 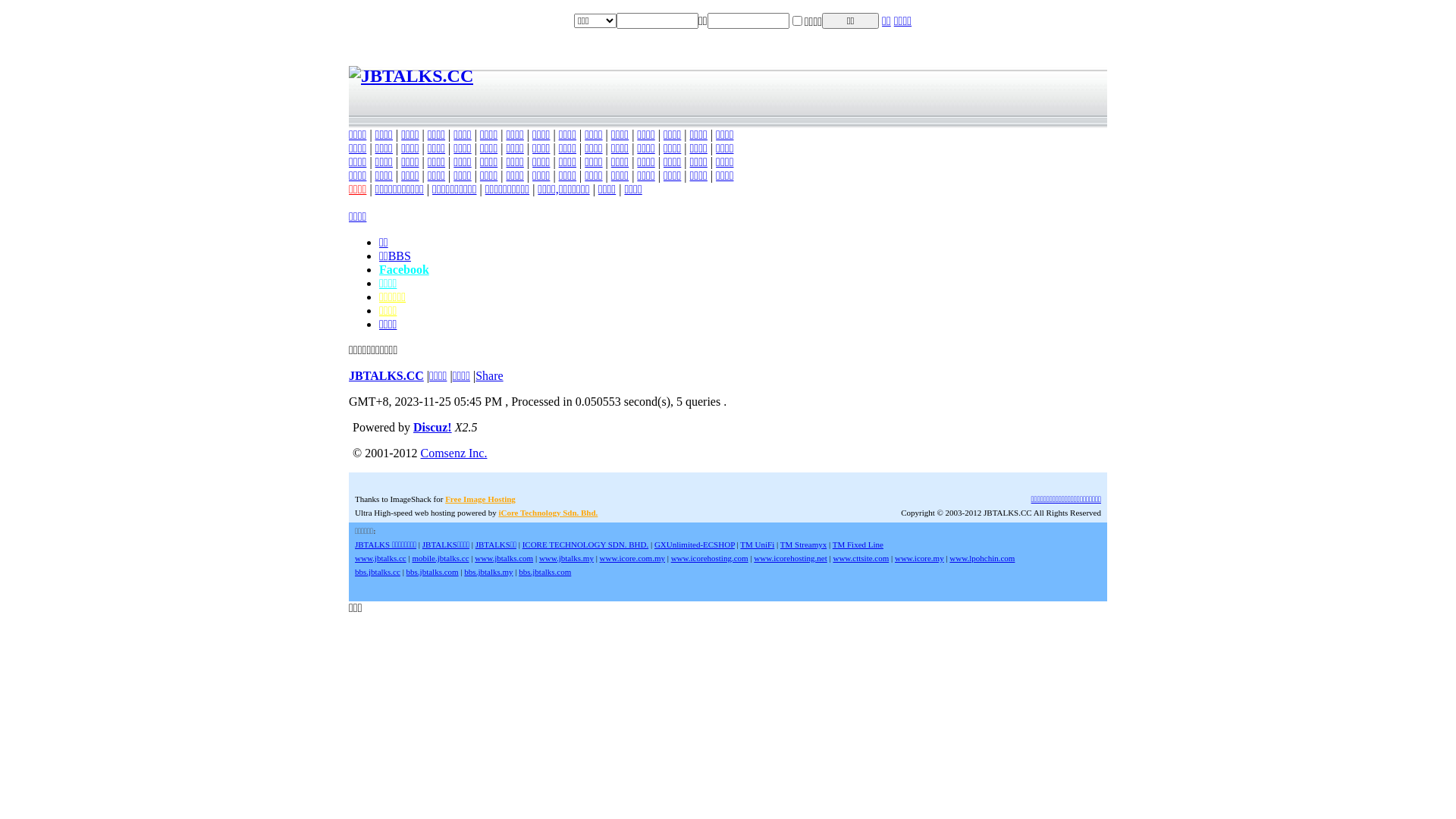 I want to click on 'iCore Technology Sdn. Bhd.', so click(x=547, y=512).